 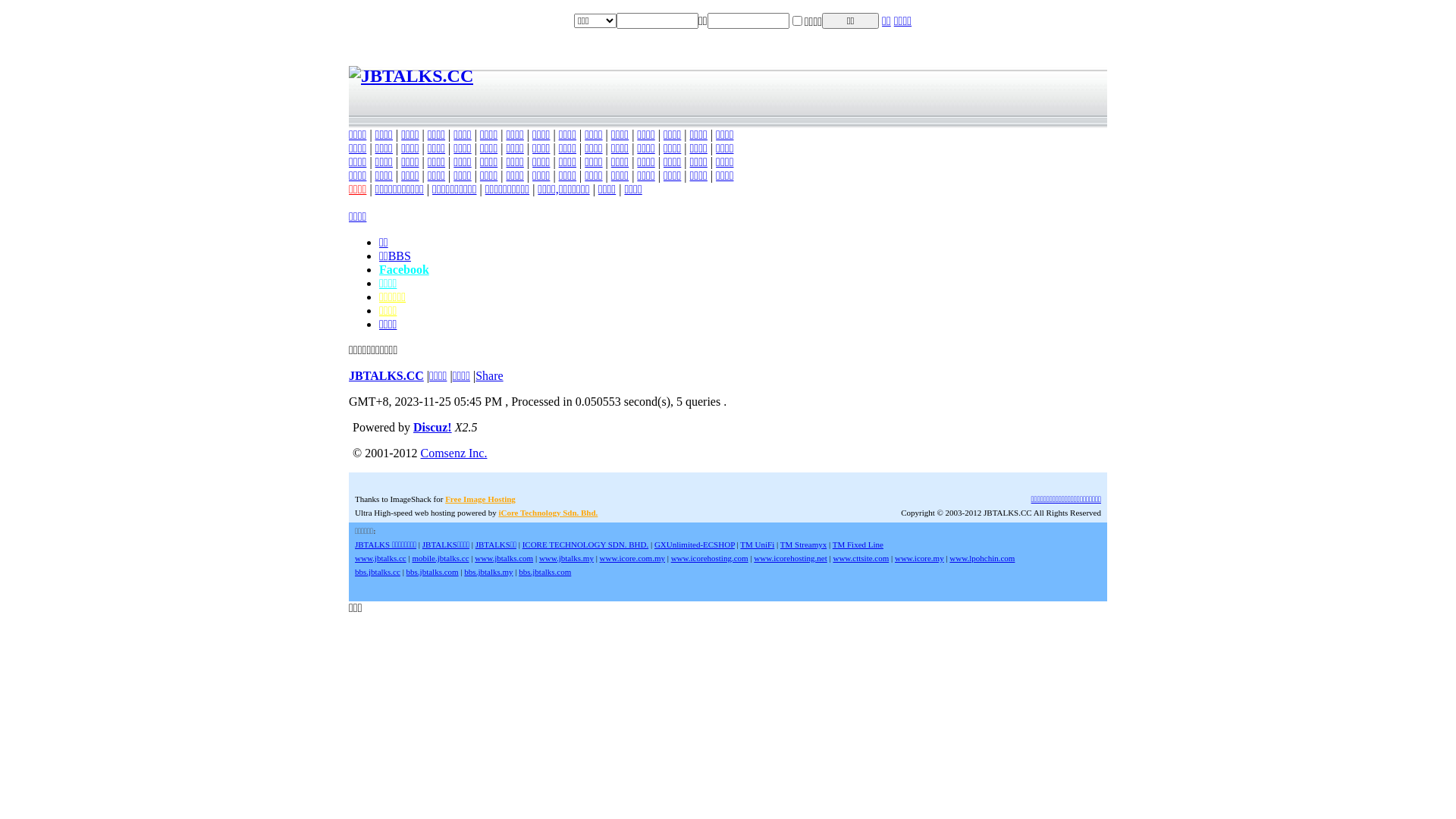 I want to click on 'iCore Technology Sdn. Bhd.', so click(x=547, y=512).